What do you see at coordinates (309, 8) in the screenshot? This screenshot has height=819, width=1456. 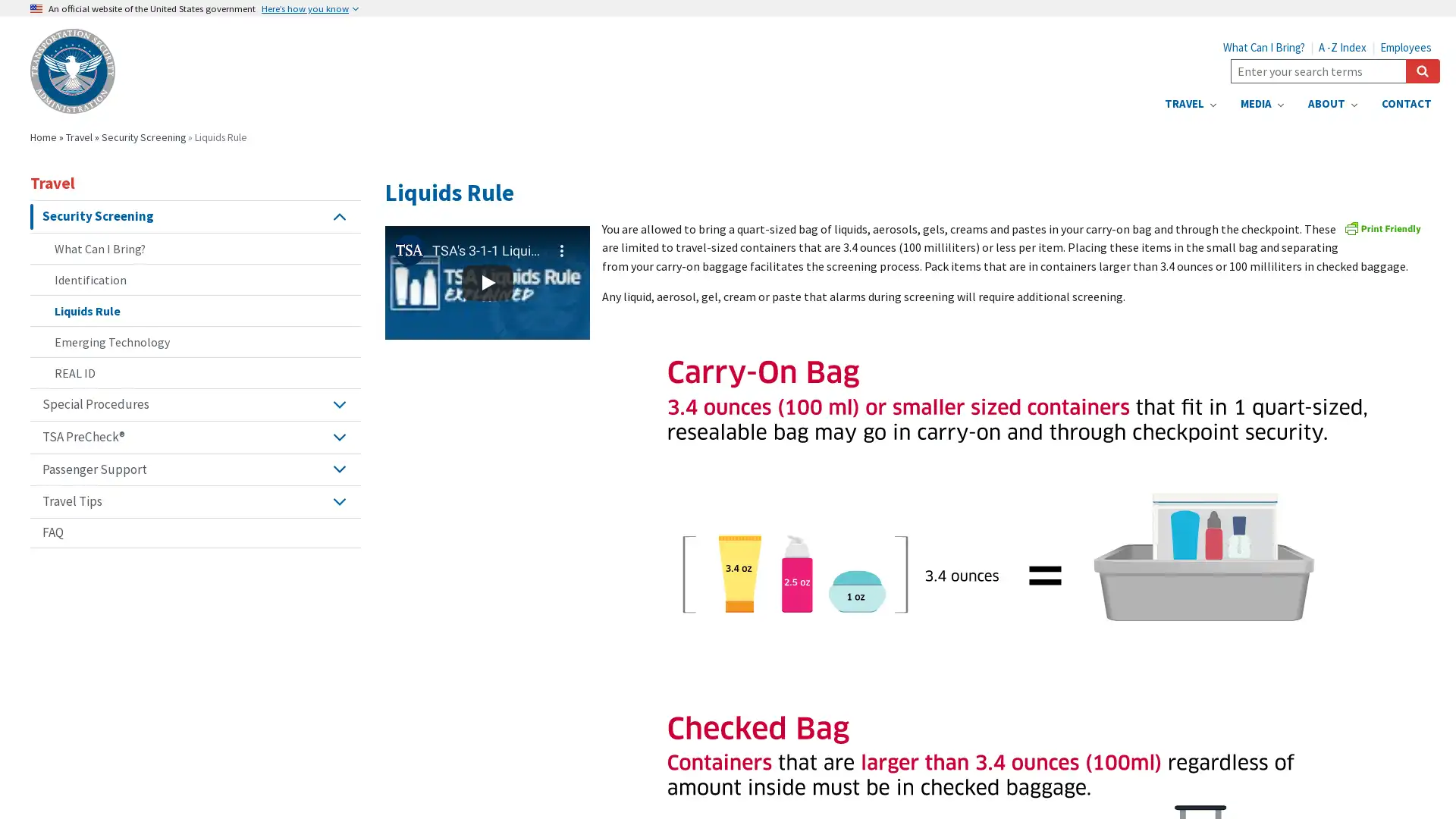 I see `Heres how you know` at bounding box center [309, 8].